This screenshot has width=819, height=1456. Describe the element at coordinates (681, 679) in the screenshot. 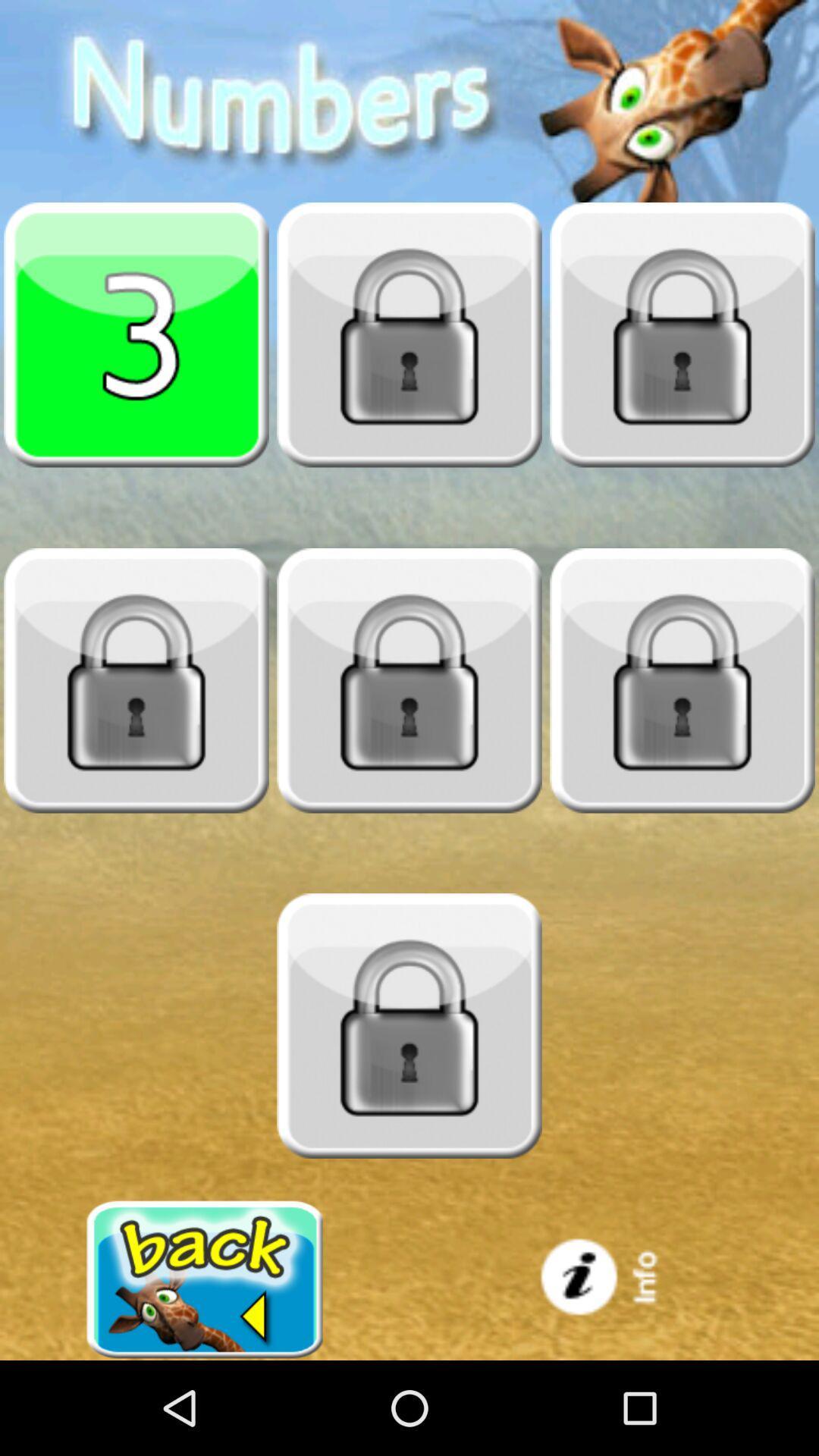

I see `unlocked level` at that location.